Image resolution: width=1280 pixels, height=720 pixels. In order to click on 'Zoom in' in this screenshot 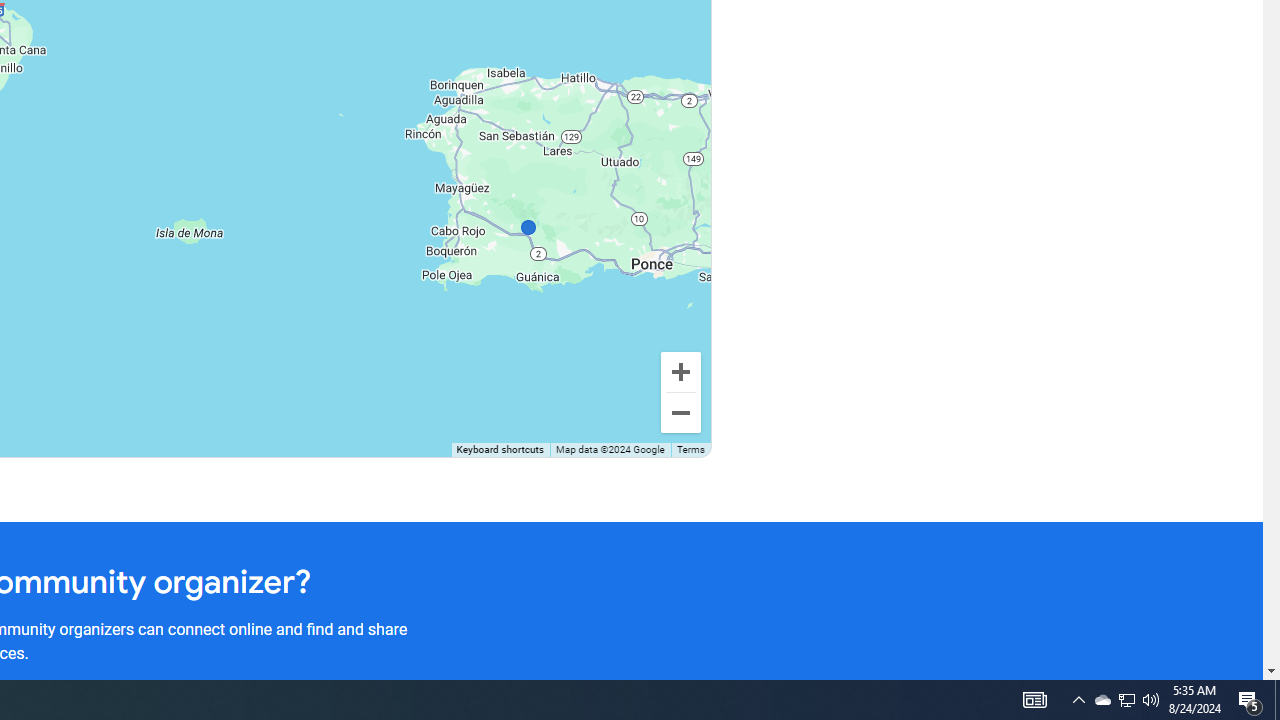, I will do `click(680, 371)`.